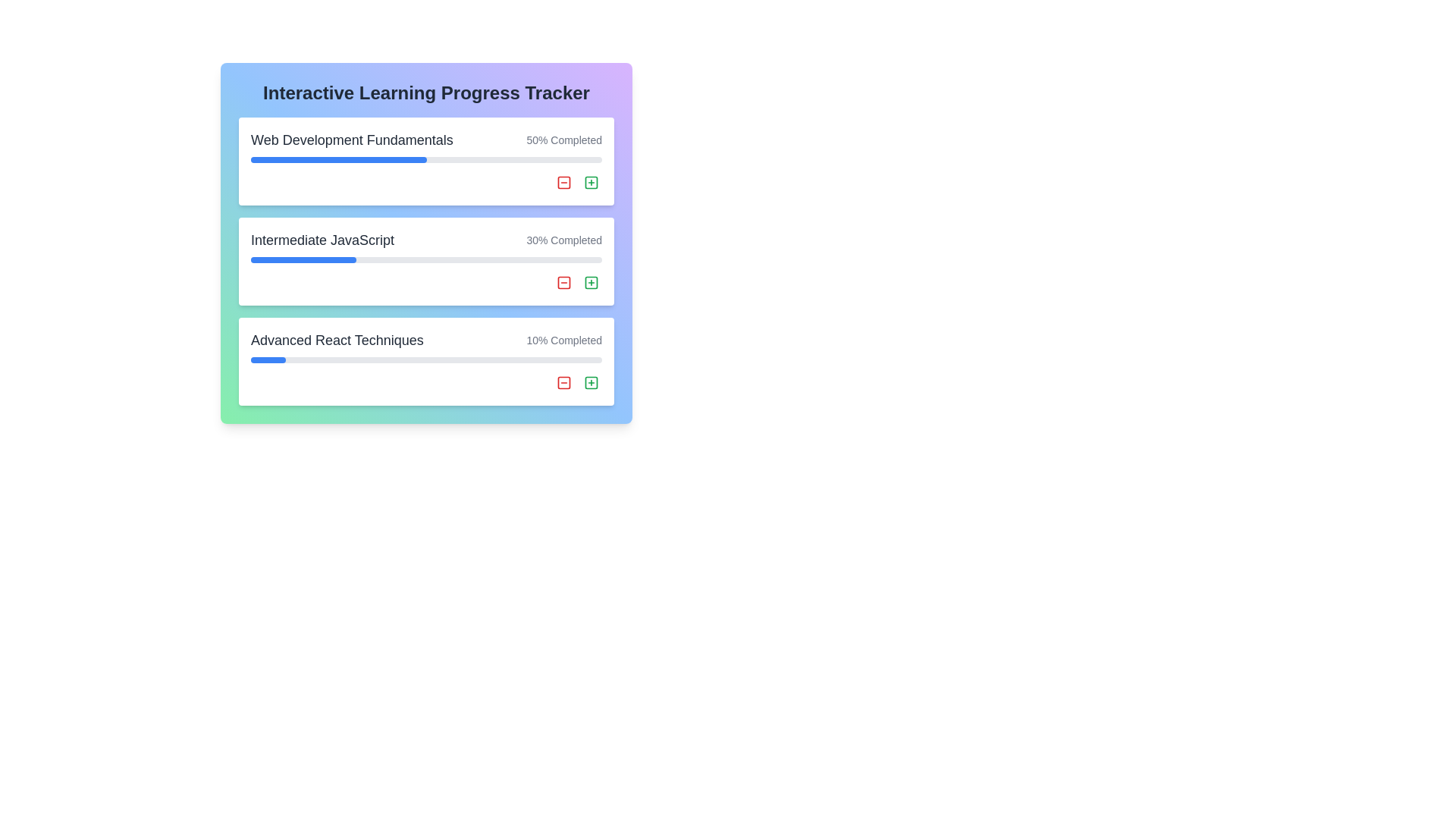  What do you see at coordinates (563, 283) in the screenshot?
I see `the small square icon with red borders and a red minus symbol inside, located within the 'Intermediate JavaScript' row` at bounding box center [563, 283].